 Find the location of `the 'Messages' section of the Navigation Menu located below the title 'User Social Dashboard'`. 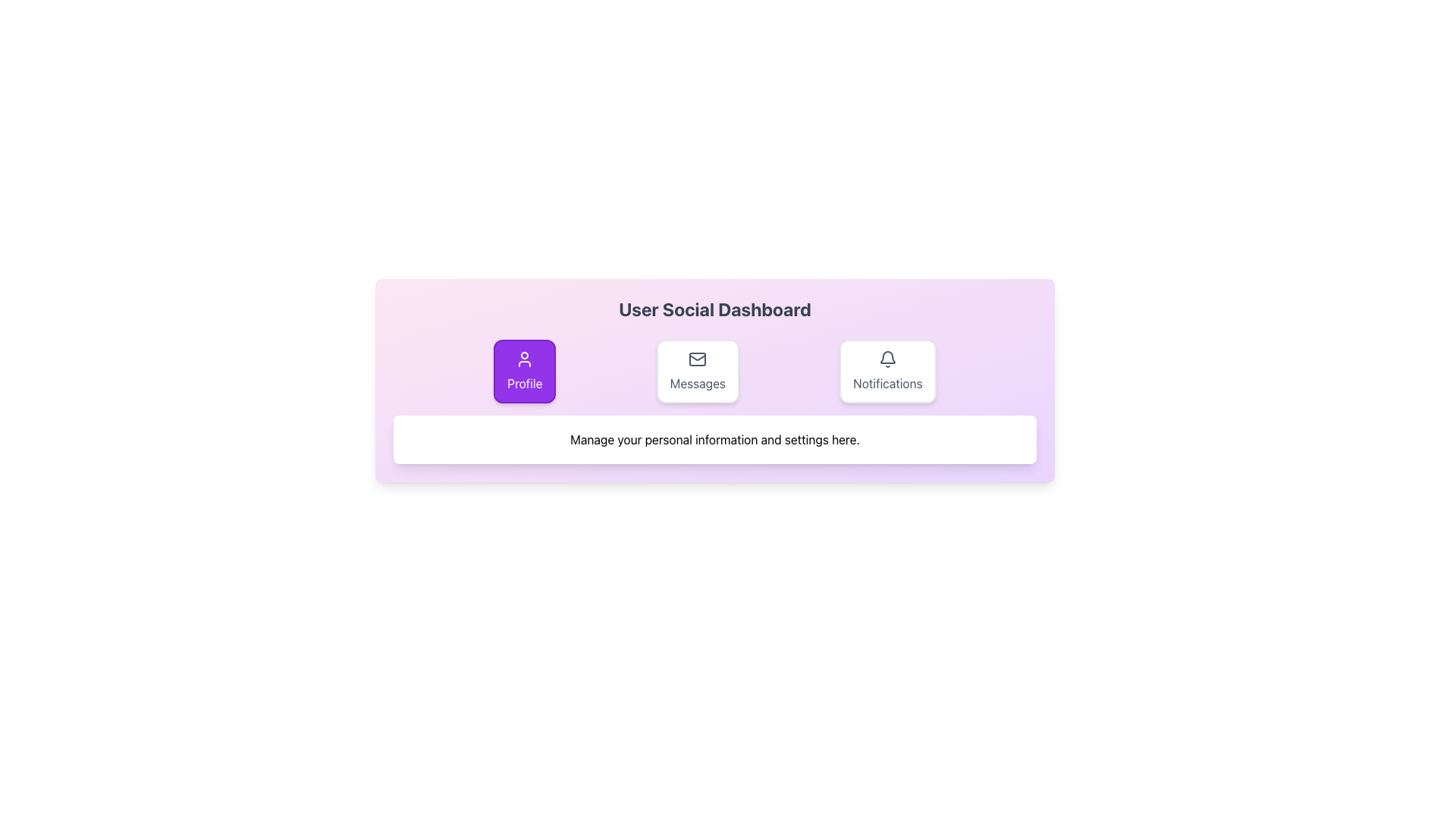

the 'Messages' section of the Navigation Menu located below the title 'User Social Dashboard' is located at coordinates (714, 371).